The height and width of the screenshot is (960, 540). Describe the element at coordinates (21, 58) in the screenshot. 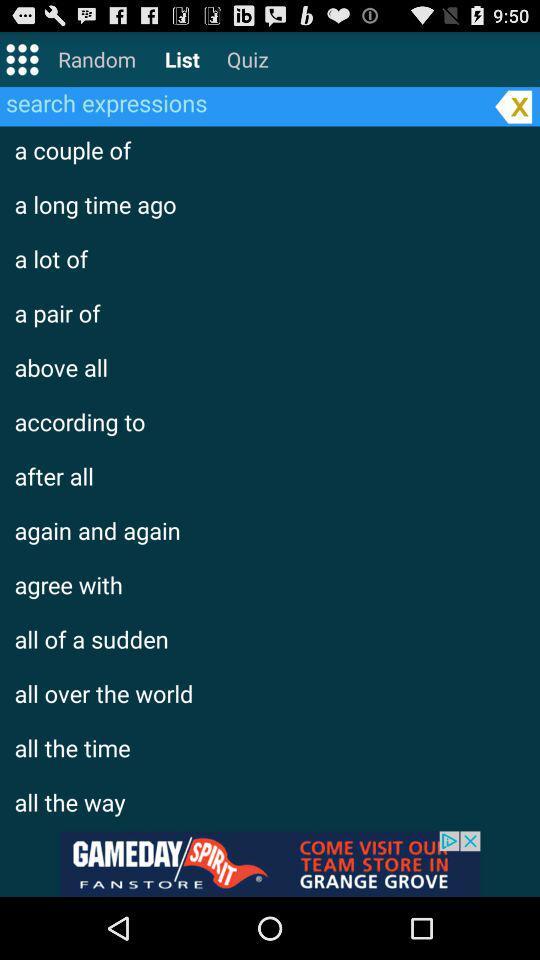

I see `setting the page row` at that location.